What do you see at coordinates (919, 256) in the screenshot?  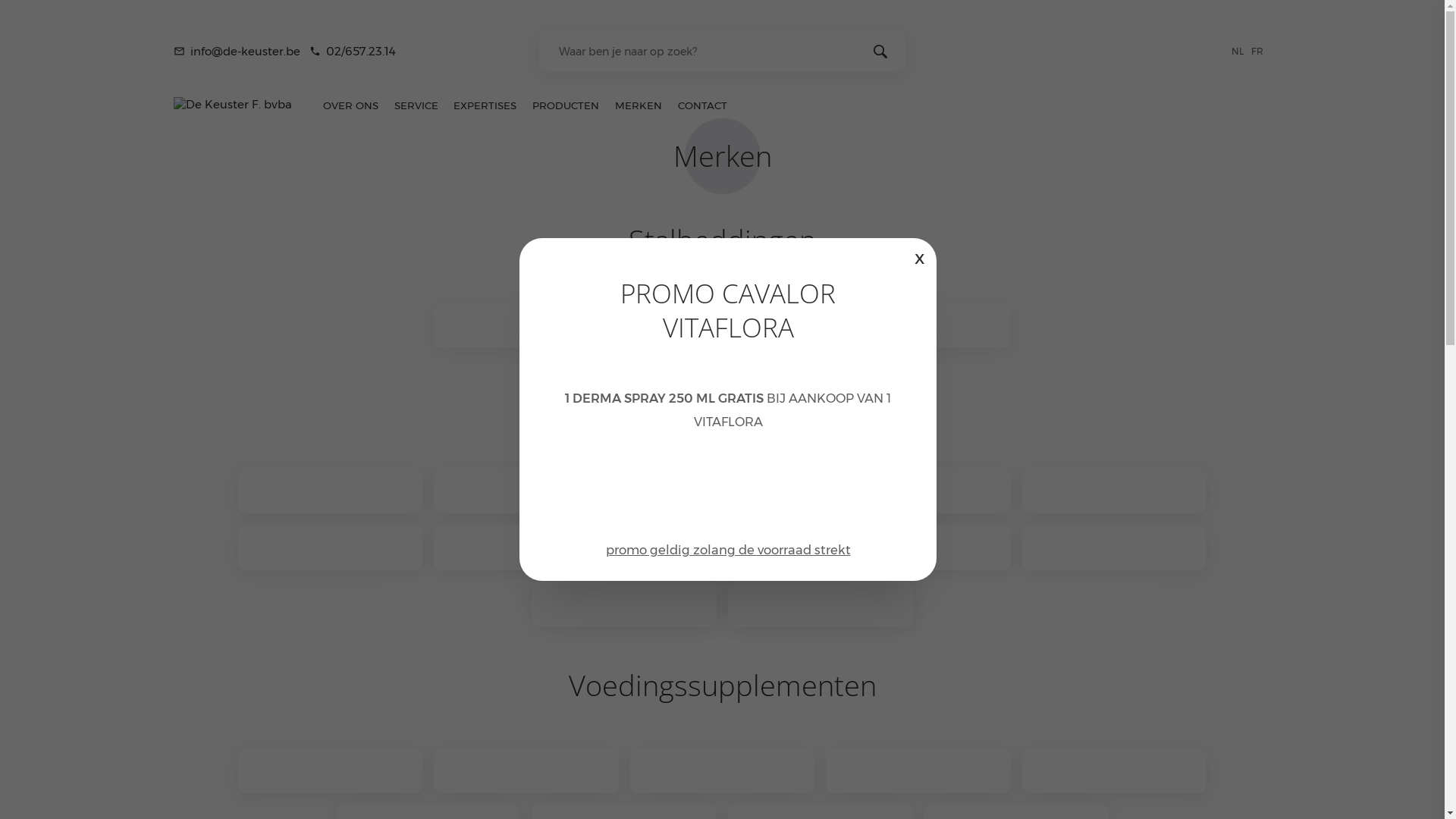 I see `'x'` at bounding box center [919, 256].